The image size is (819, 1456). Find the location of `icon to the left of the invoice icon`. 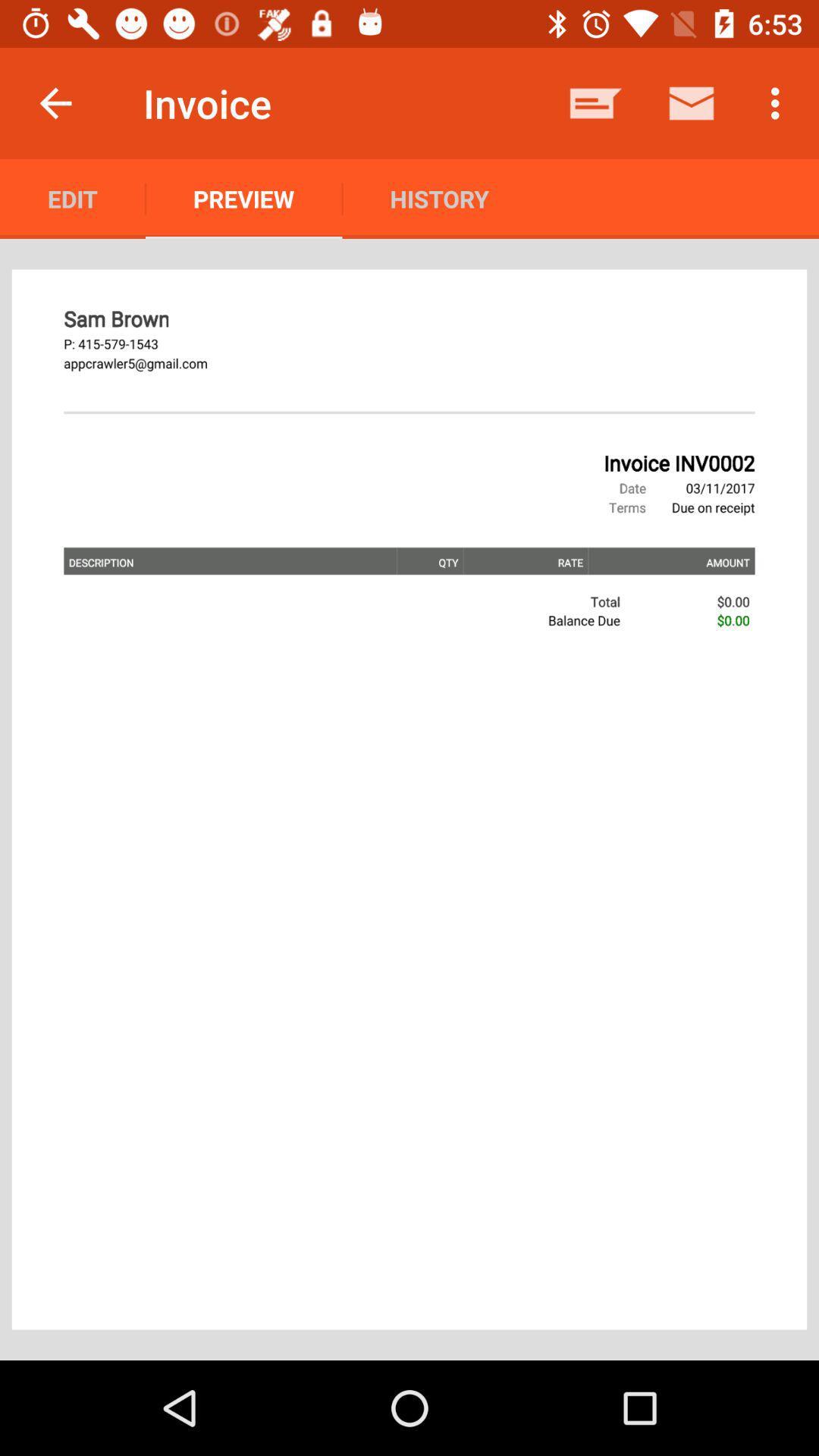

icon to the left of the invoice icon is located at coordinates (55, 102).